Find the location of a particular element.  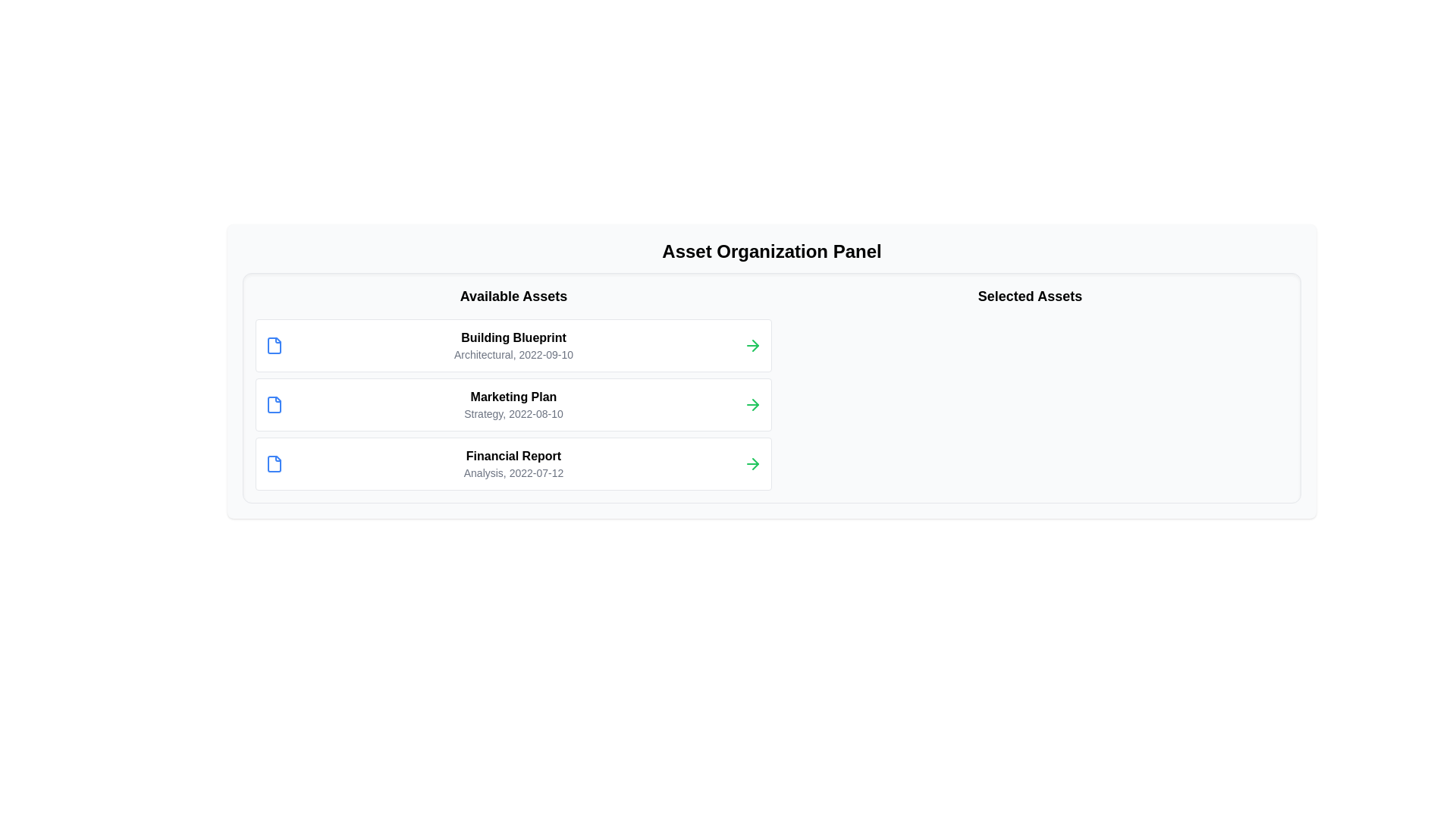

the Text Label providing metadata for the 'Building Blueprint' item located in the 'Available Assets' panel, which is positioned inside a card structure under the title 'Building Blueprint' is located at coordinates (513, 354).